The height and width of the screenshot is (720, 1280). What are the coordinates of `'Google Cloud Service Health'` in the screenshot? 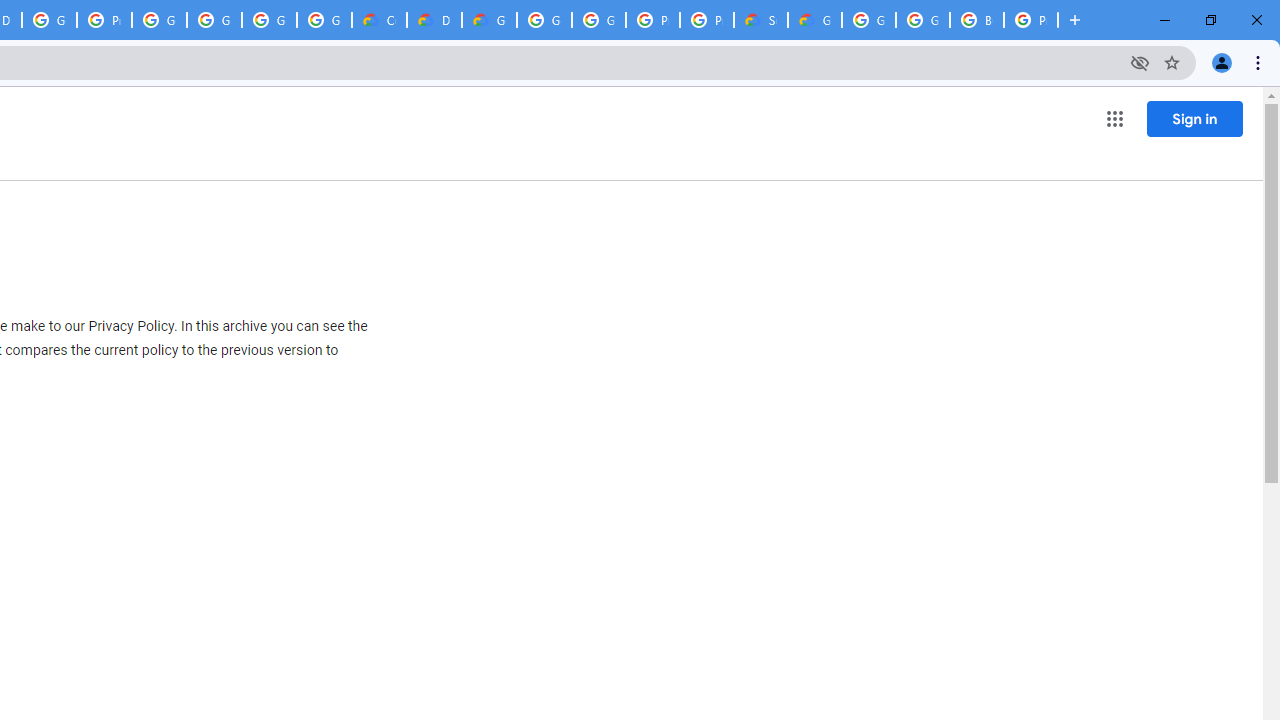 It's located at (815, 20).